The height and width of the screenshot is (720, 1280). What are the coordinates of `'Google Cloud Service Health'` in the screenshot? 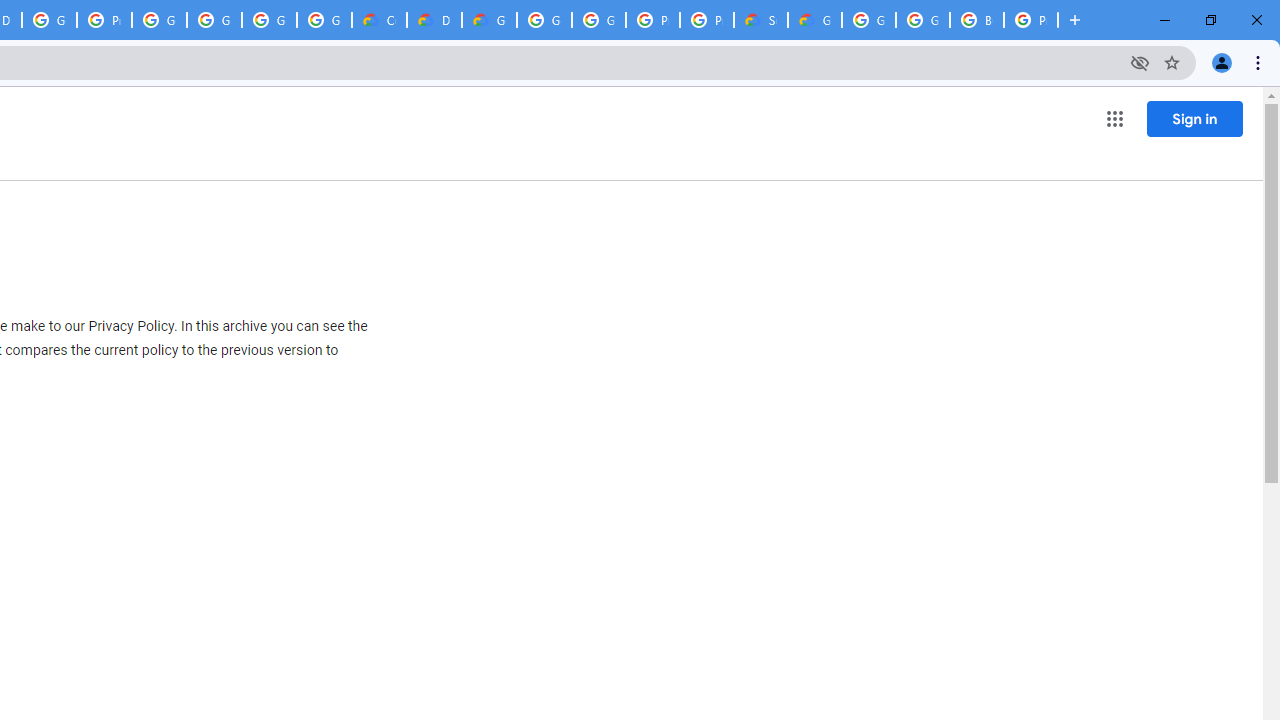 It's located at (815, 20).